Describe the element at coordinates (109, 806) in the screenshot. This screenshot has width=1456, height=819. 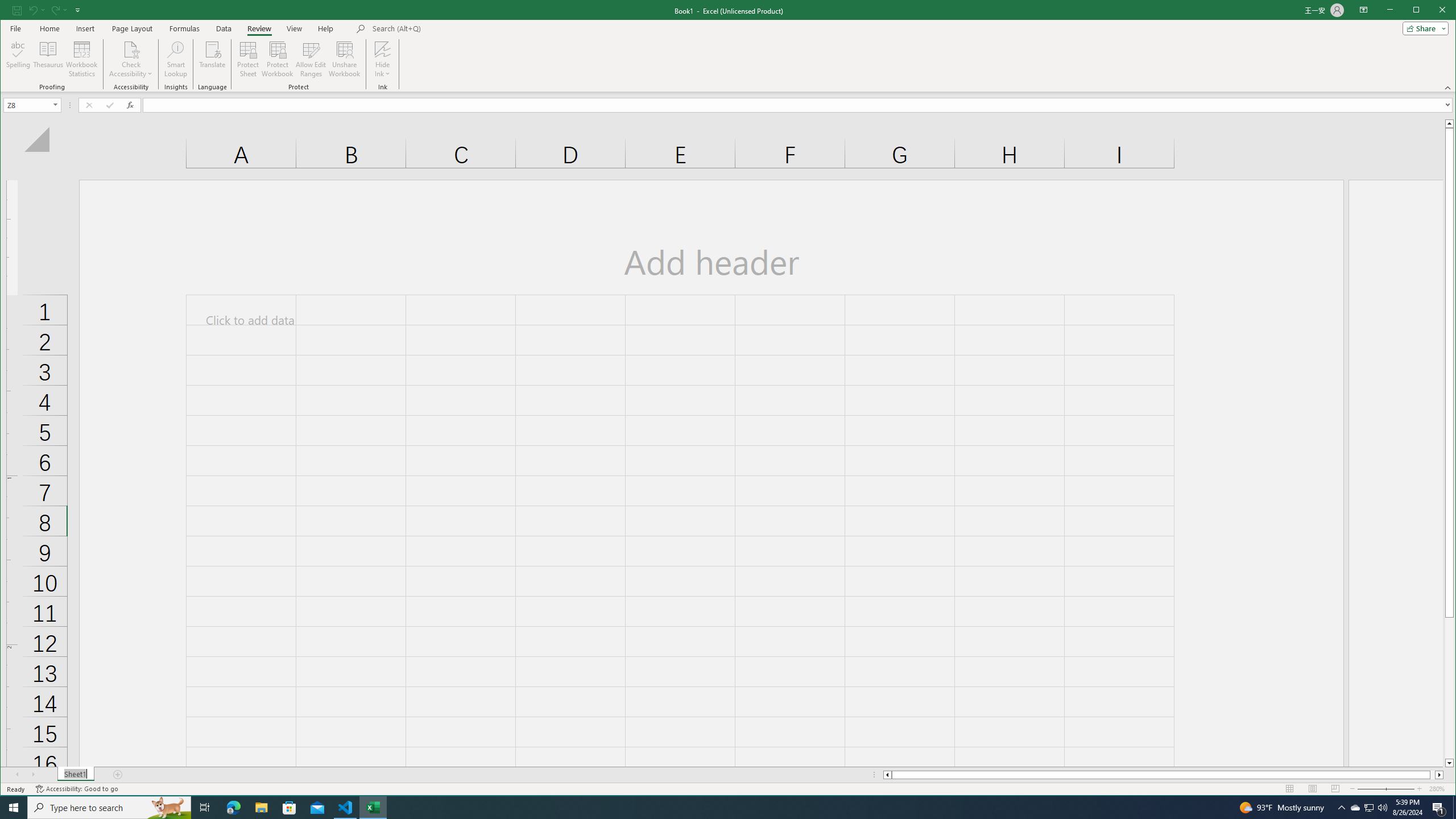
I see `'Type here to search'` at that location.